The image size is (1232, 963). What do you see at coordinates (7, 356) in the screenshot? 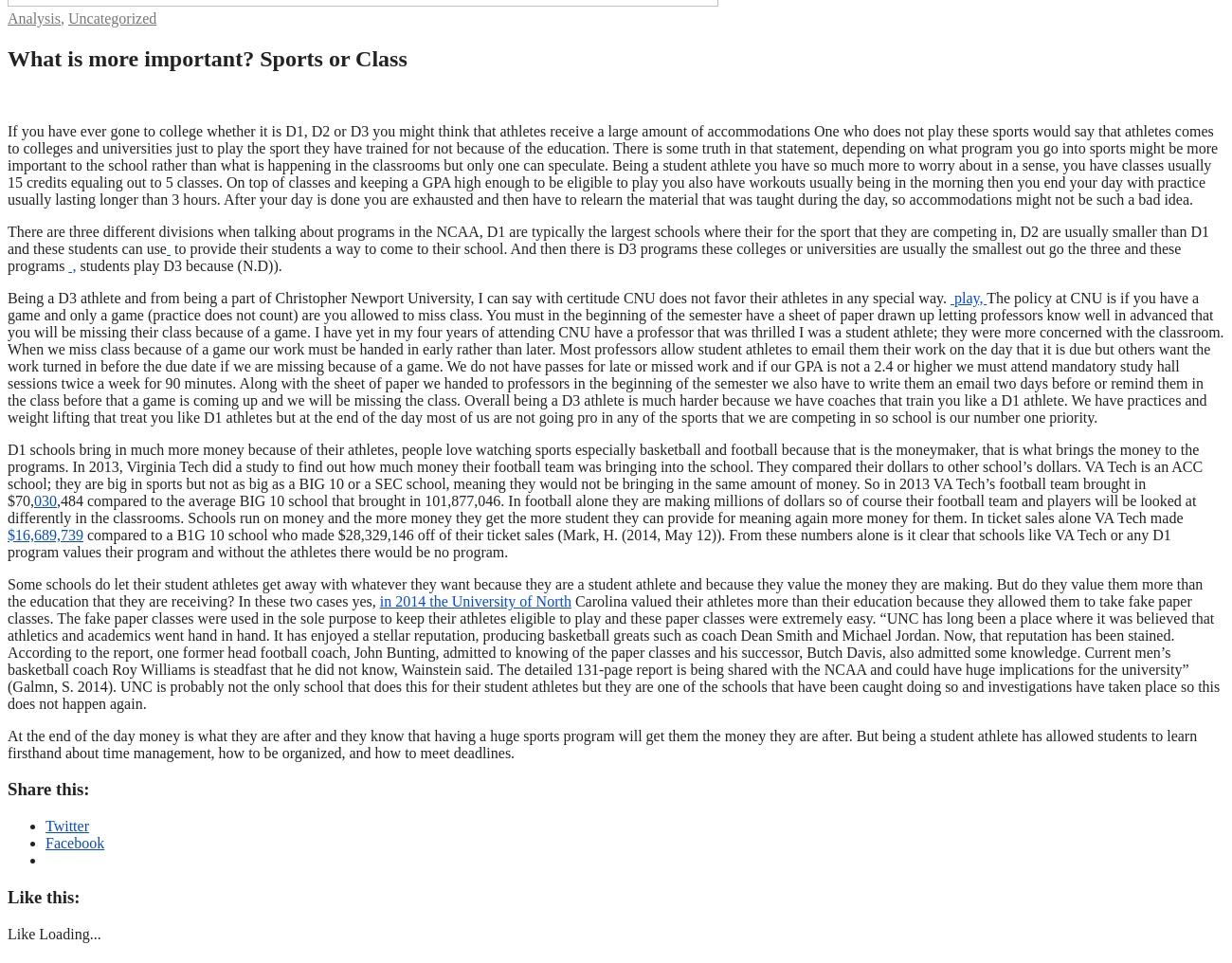
I see `'The policy at CNU is if you have a game and only a game (practice does not count) are you allowed to miss class. You must in the beginning of the semester have a sheet of paper drawn up letting professors know well in advanced that you will be missing their class because of a game. I have yet in my four years of attending CNU have a professor that was thrilled I was a student athlete; they were more concerned with the classroom. When we miss class because of a game our work must be handed in early rather than later. Most professors allow student athletes to email them their work on the day that it is due but others want the work turned in before the due date if we are missing because of a game. We do not have passes for late or missed work and if our GPA is not a 2.4 or higher we must attend mandatory study hall sessions twice a week for 90 minutes. Along with the sheet of paper we handed to professors in the beginning of the semester we also have to write them an email two days before or remind them in the class before that a game is coming up and we will be missing the class. Overall being a D3 athlete is much harder because we have coaches that train you like a D1 athlete. We have practices and weight lifting that treat you like D1 athletes but at the end of the day most of us are not going pro in any of the sports that we are competing in so school is our number one priority.'` at bounding box center [7, 356].